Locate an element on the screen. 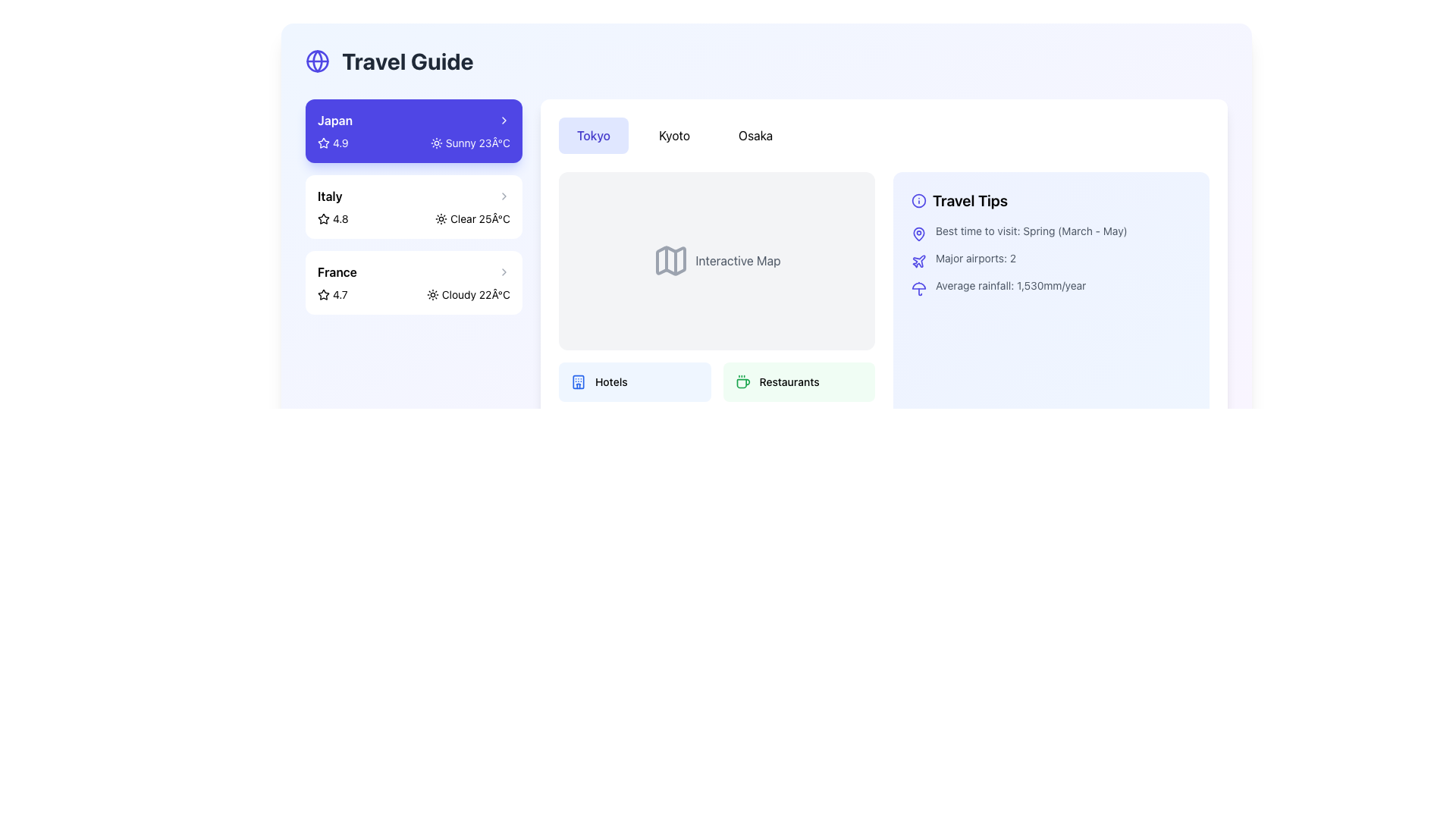  displayed user rating score and current weather conditions from the Informative data display located at the bottom right corner of the 'France' card element is located at coordinates (414, 295).